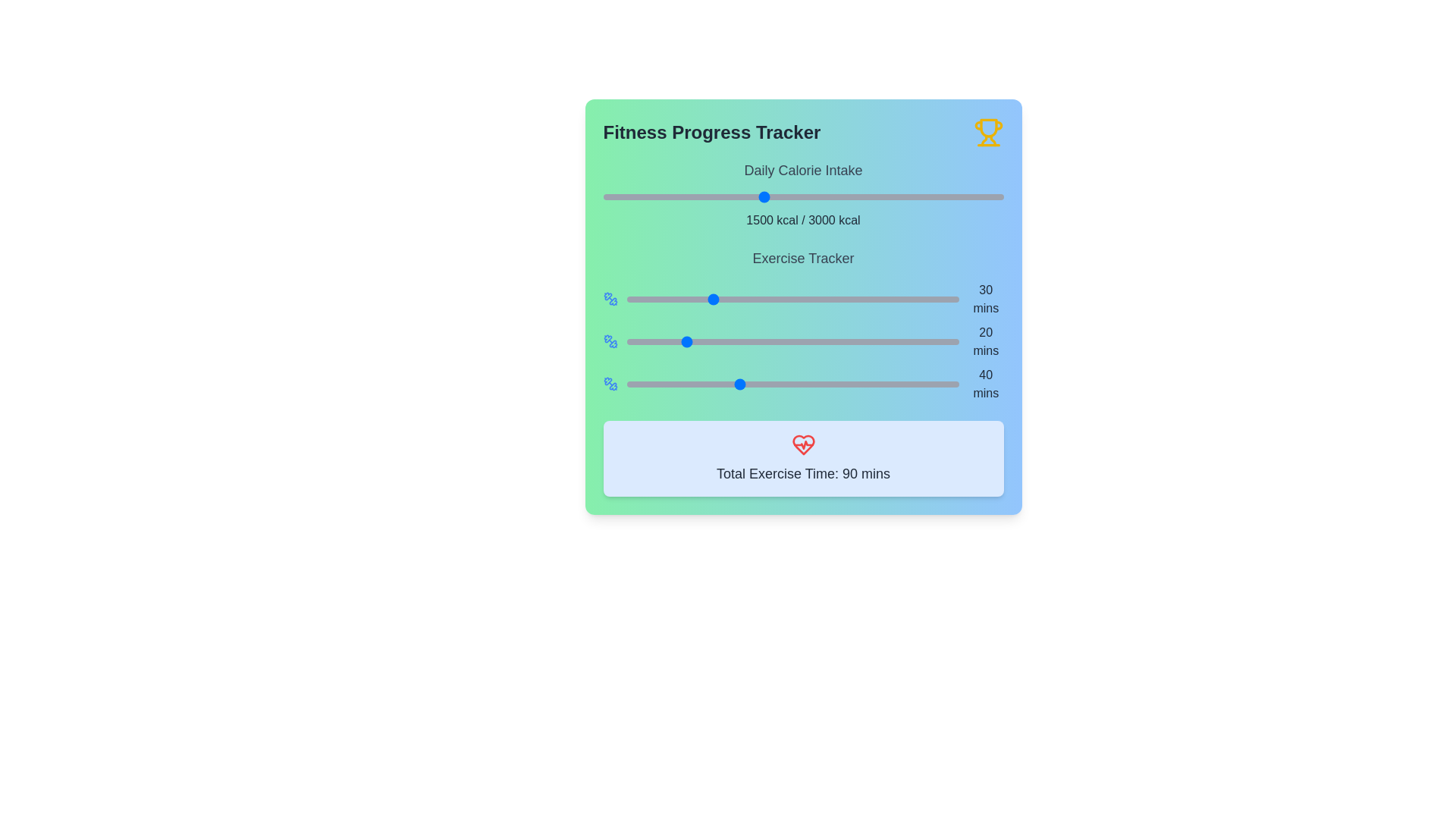  What do you see at coordinates (828, 299) in the screenshot?
I see `the slider value` at bounding box center [828, 299].